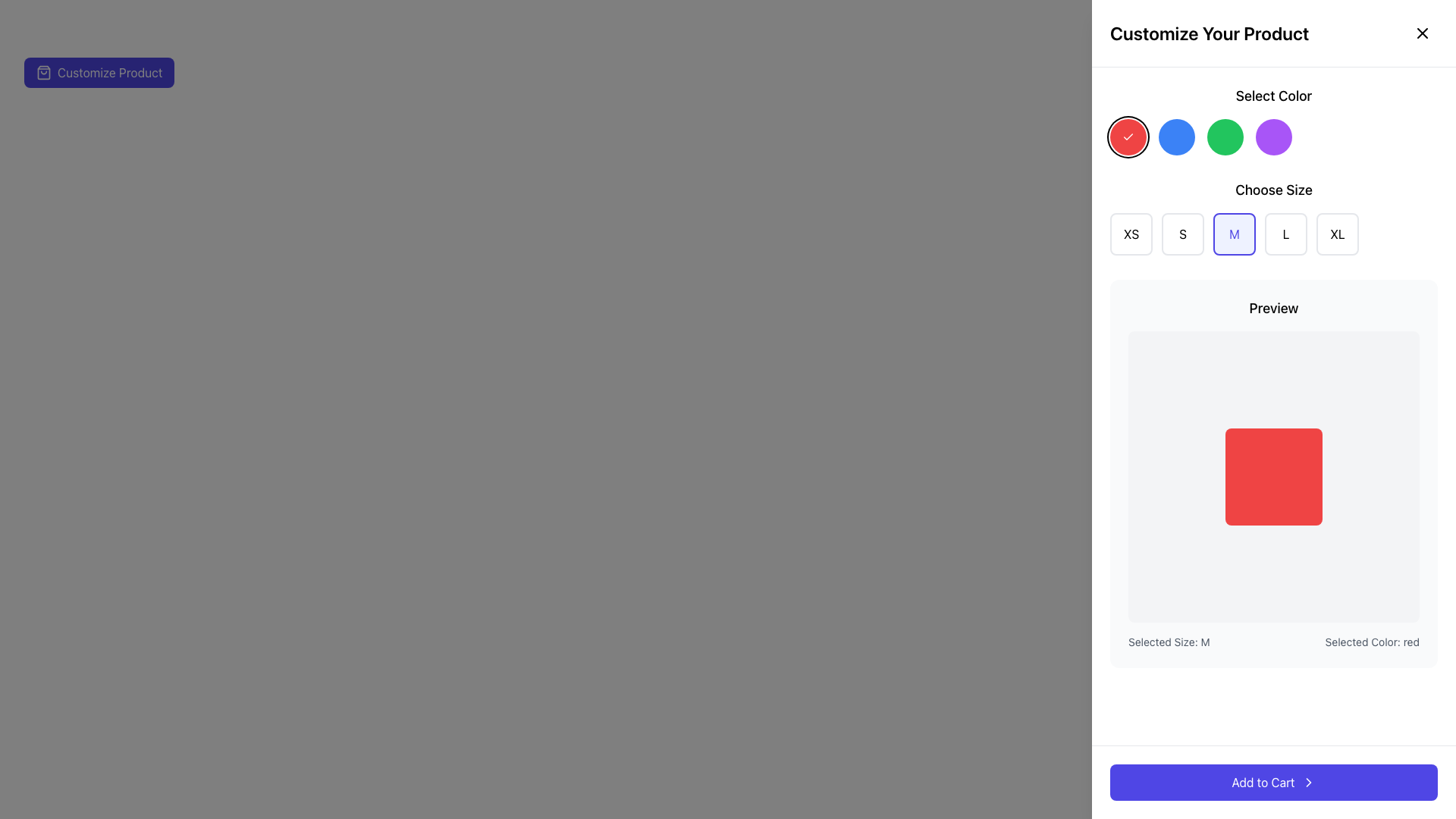 The width and height of the screenshot is (1456, 819). Describe the element at coordinates (99, 73) in the screenshot. I see `the customization button located near the top-left corner of the interface to observe its hover effect` at that location.